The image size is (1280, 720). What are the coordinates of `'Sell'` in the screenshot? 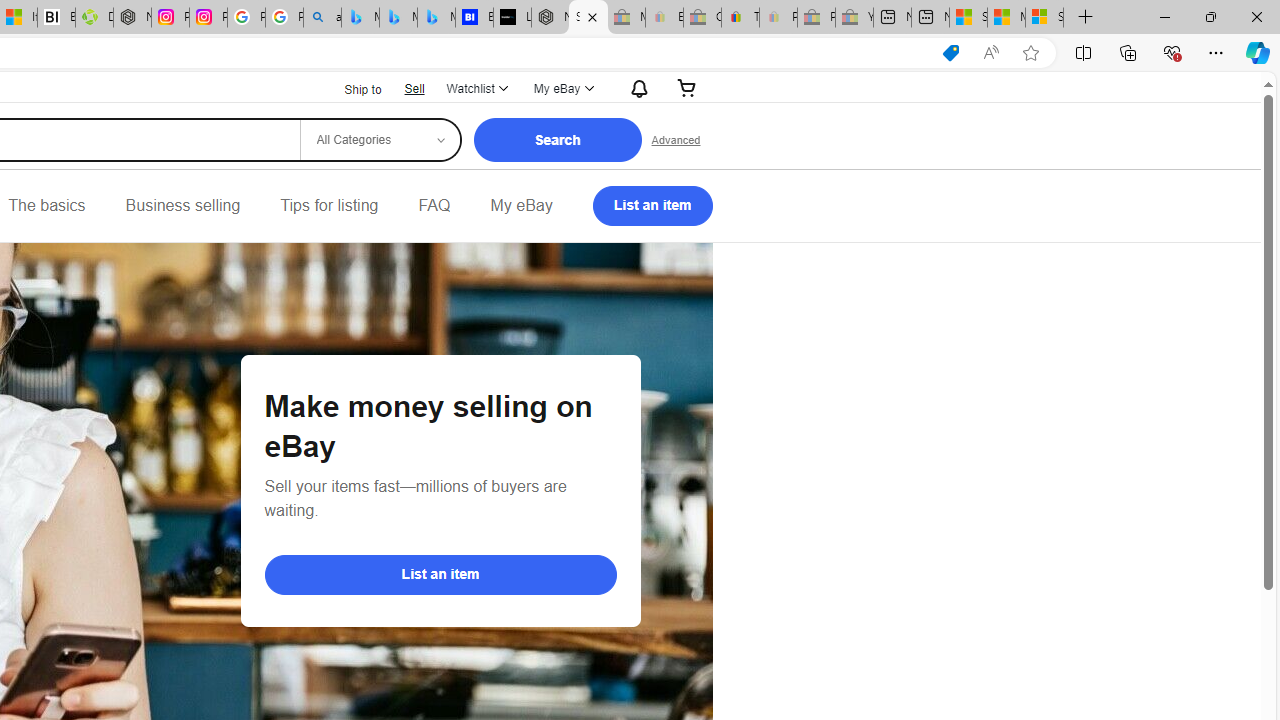 It's located at (413, 87).